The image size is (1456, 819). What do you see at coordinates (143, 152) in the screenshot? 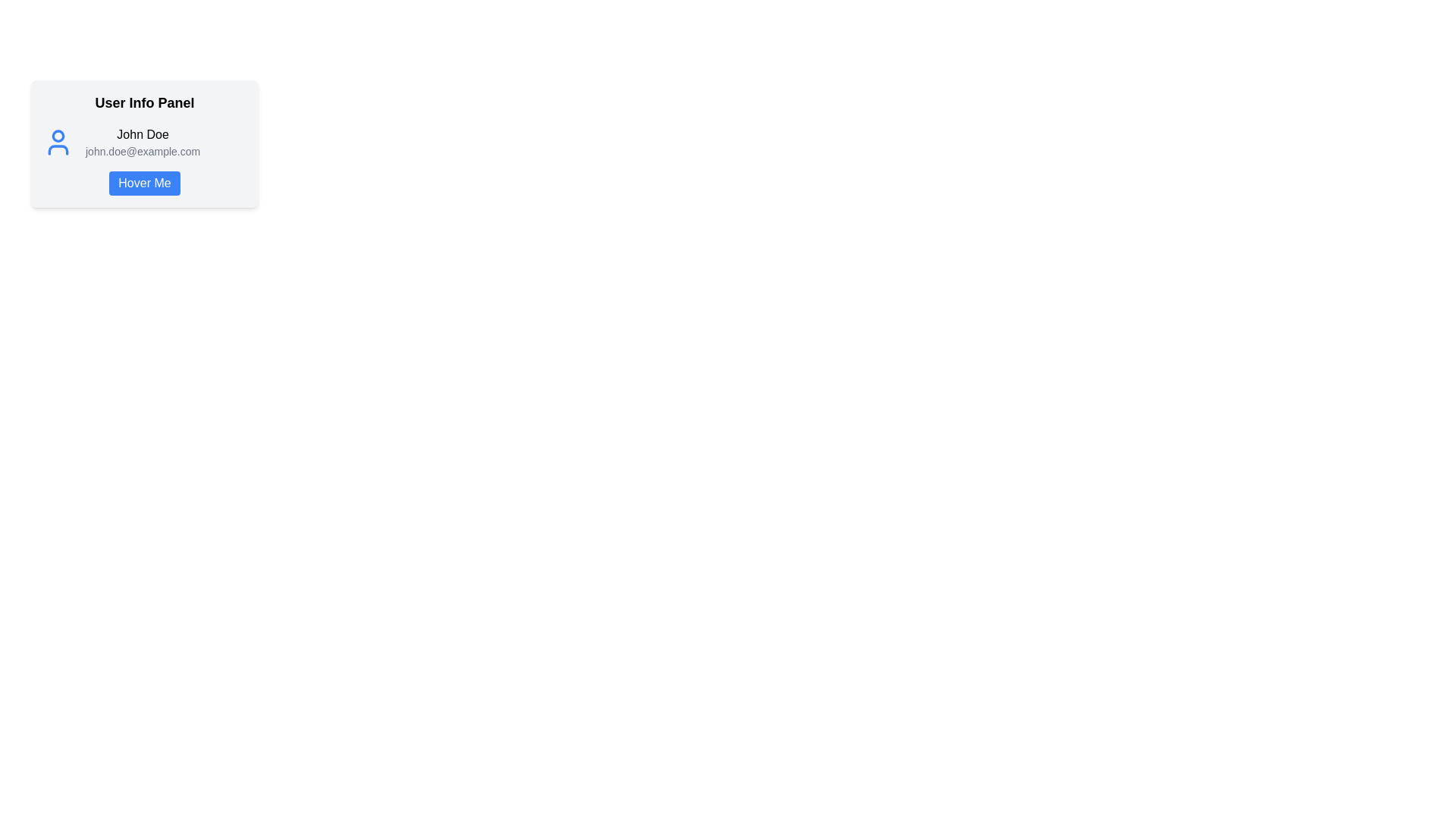
I see `the static text label displaying 'john.doe@example.com', which is located directly below the bold text 'John Doe' in the user information panel` at bounding box center [143, 152].